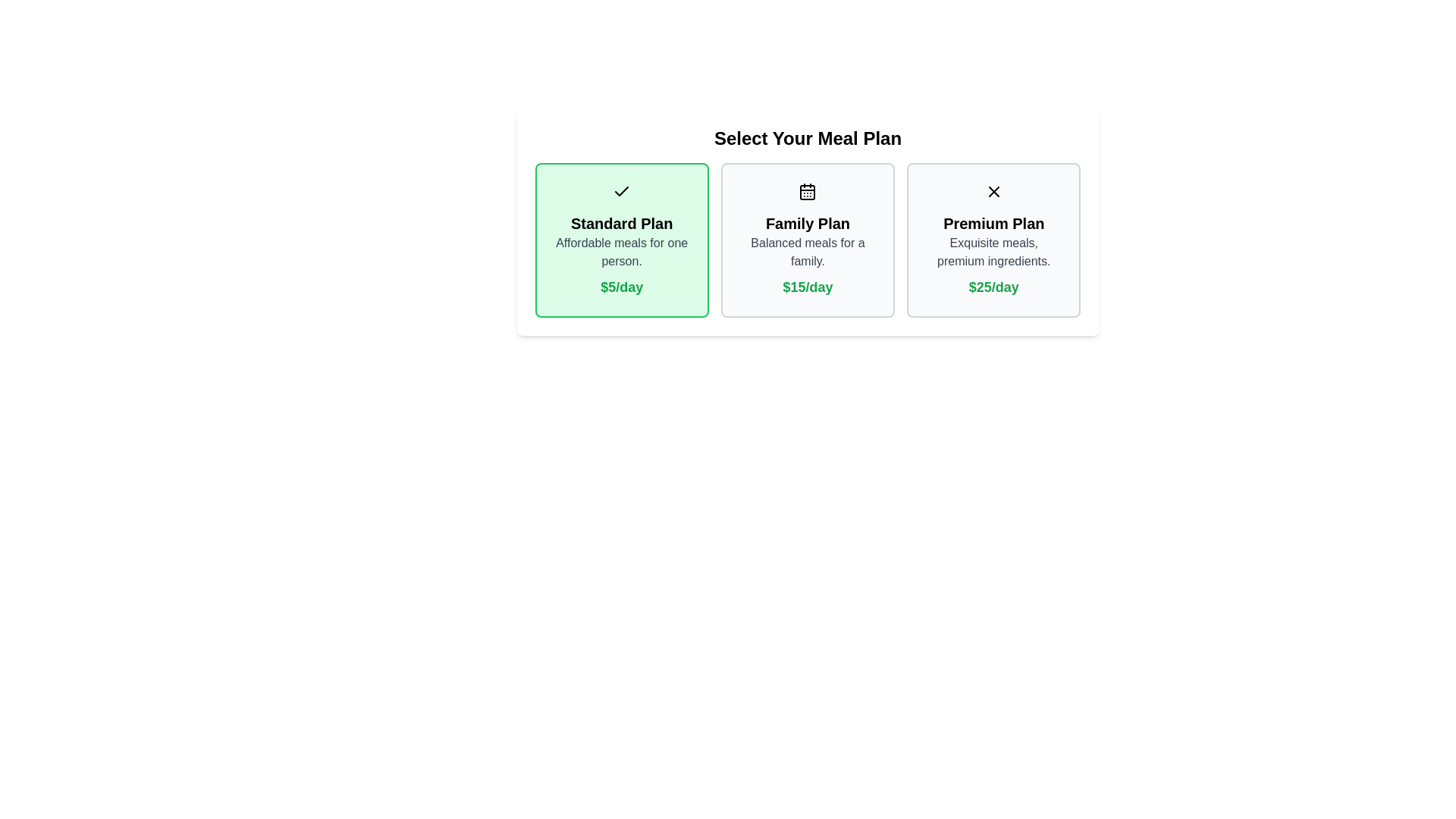 The width and height of the screenshot is (1456, 819). Describe the element at coordinates (807, 223) in the screenshot. I see `the 'Family Plan' title text, which is located in the second card of the meal plan options, positioned below the calendar icon and above the description 'Balanced meals for a family.' and the price '$15/day'` at that location.